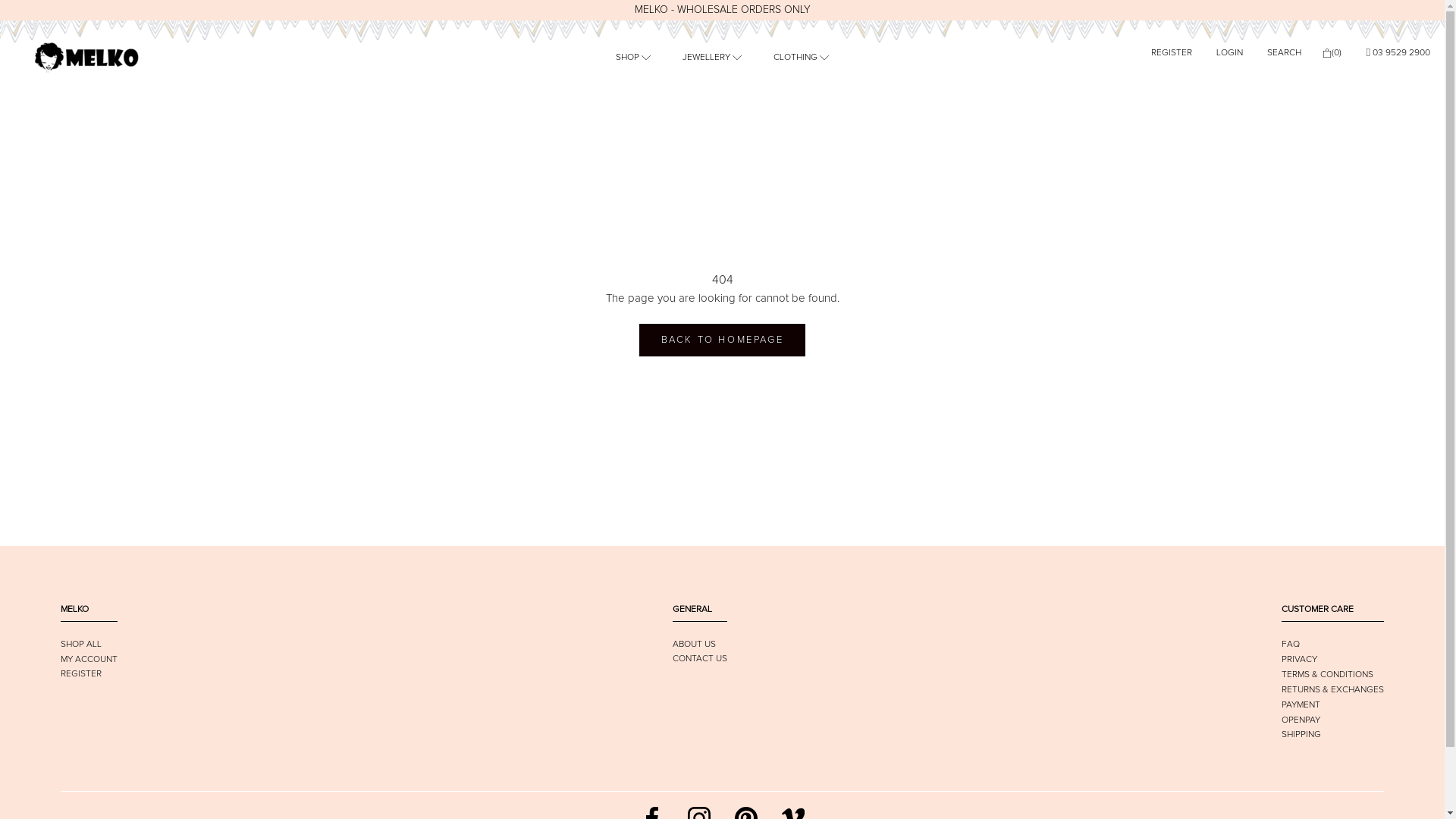 This screenshot has width=1456, height=819. Describe the element at coordinates (711, 57) in the screenshot. I see `'JEWELLERY` at that location.